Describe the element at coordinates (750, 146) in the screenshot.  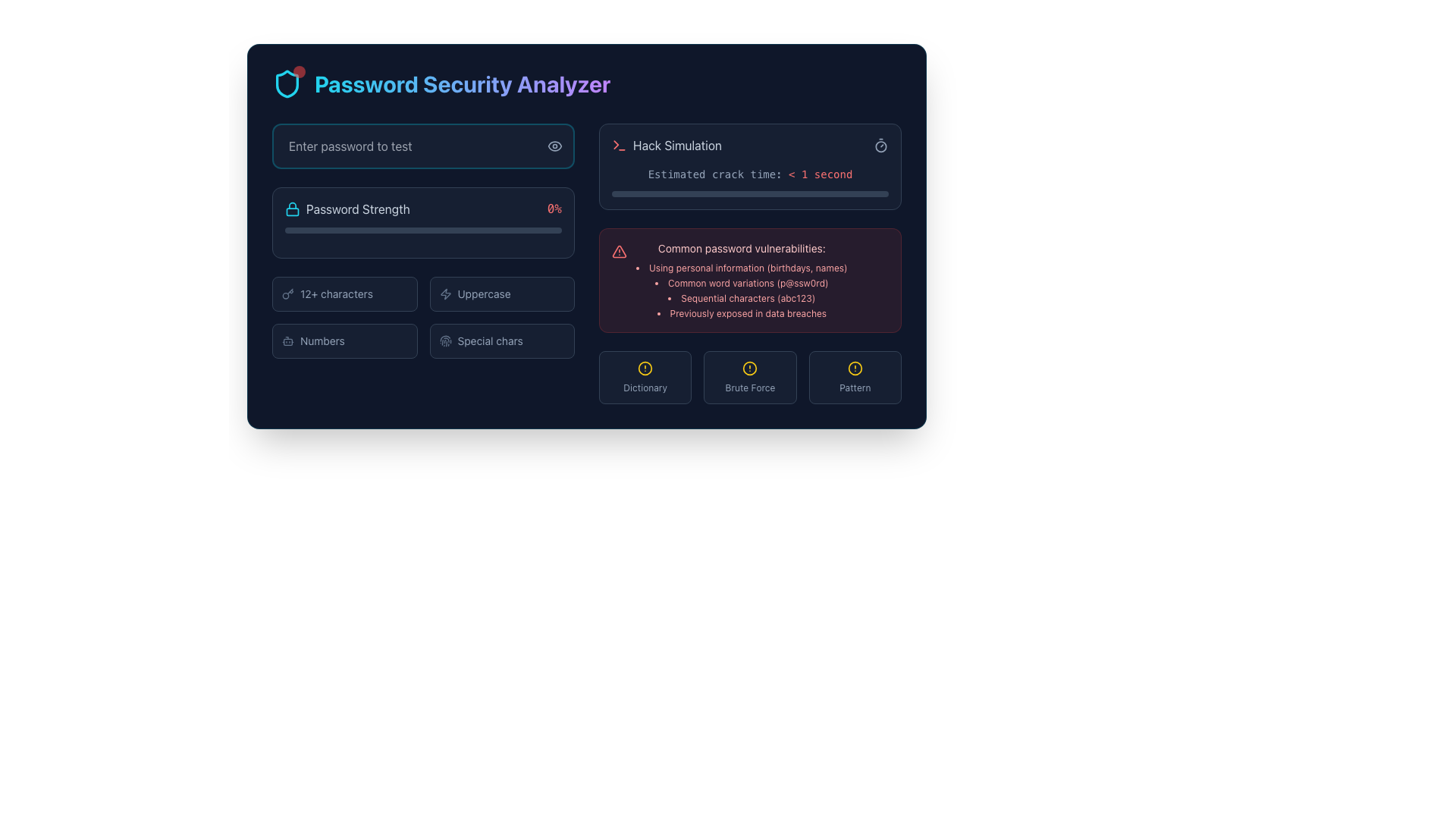
I see `the 'Hack Simulation' Text Label with Icons, which features a red command-line-style icon on the left and a timer icon on the right, located above the text 'Estimated crack time: < 1 second'` at that location.